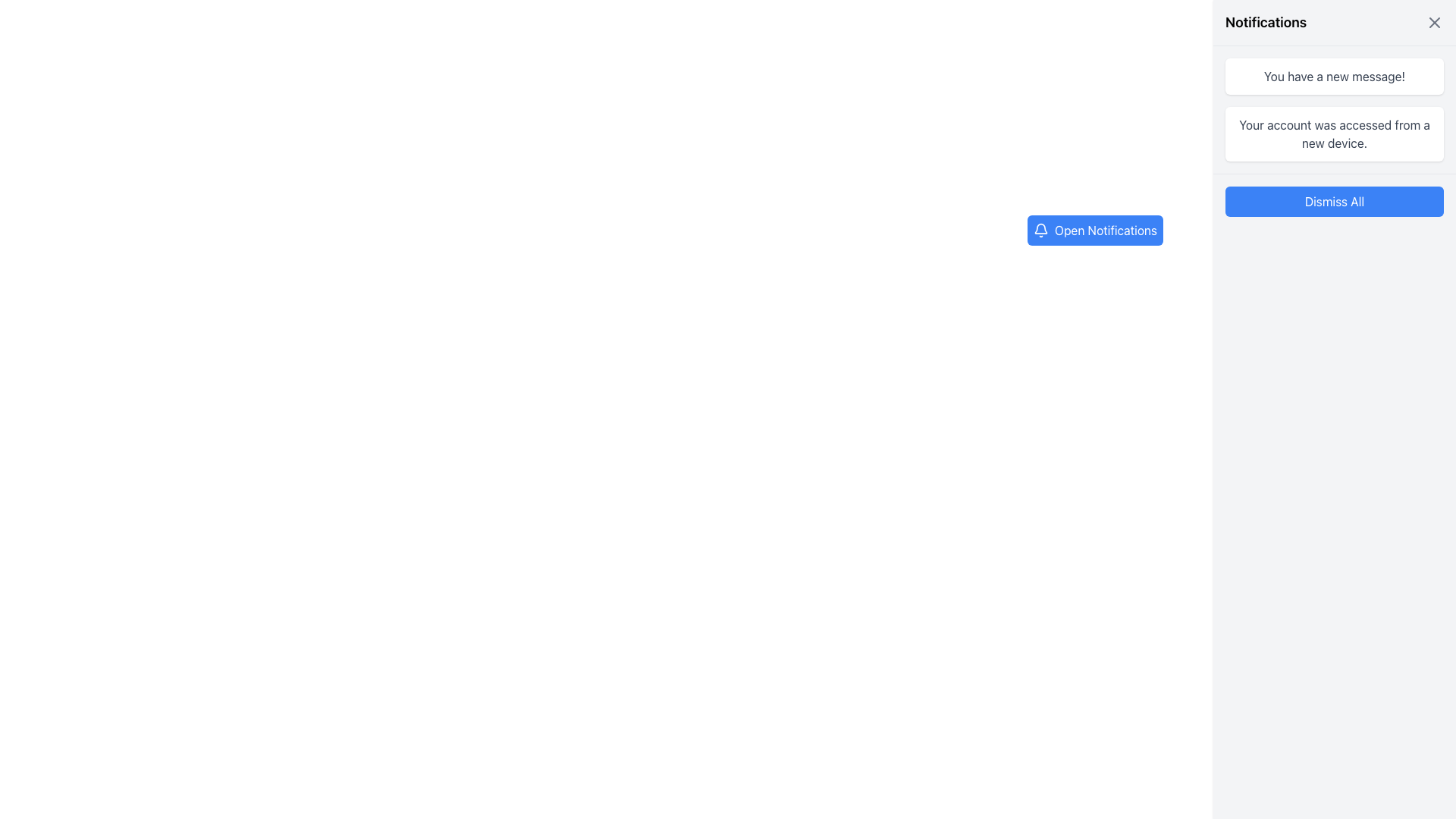 This screenshot has width=1456, height=819. I want to click on the Close button icon located at the top-right corner of the Notifications panel, so click(1433, 23).